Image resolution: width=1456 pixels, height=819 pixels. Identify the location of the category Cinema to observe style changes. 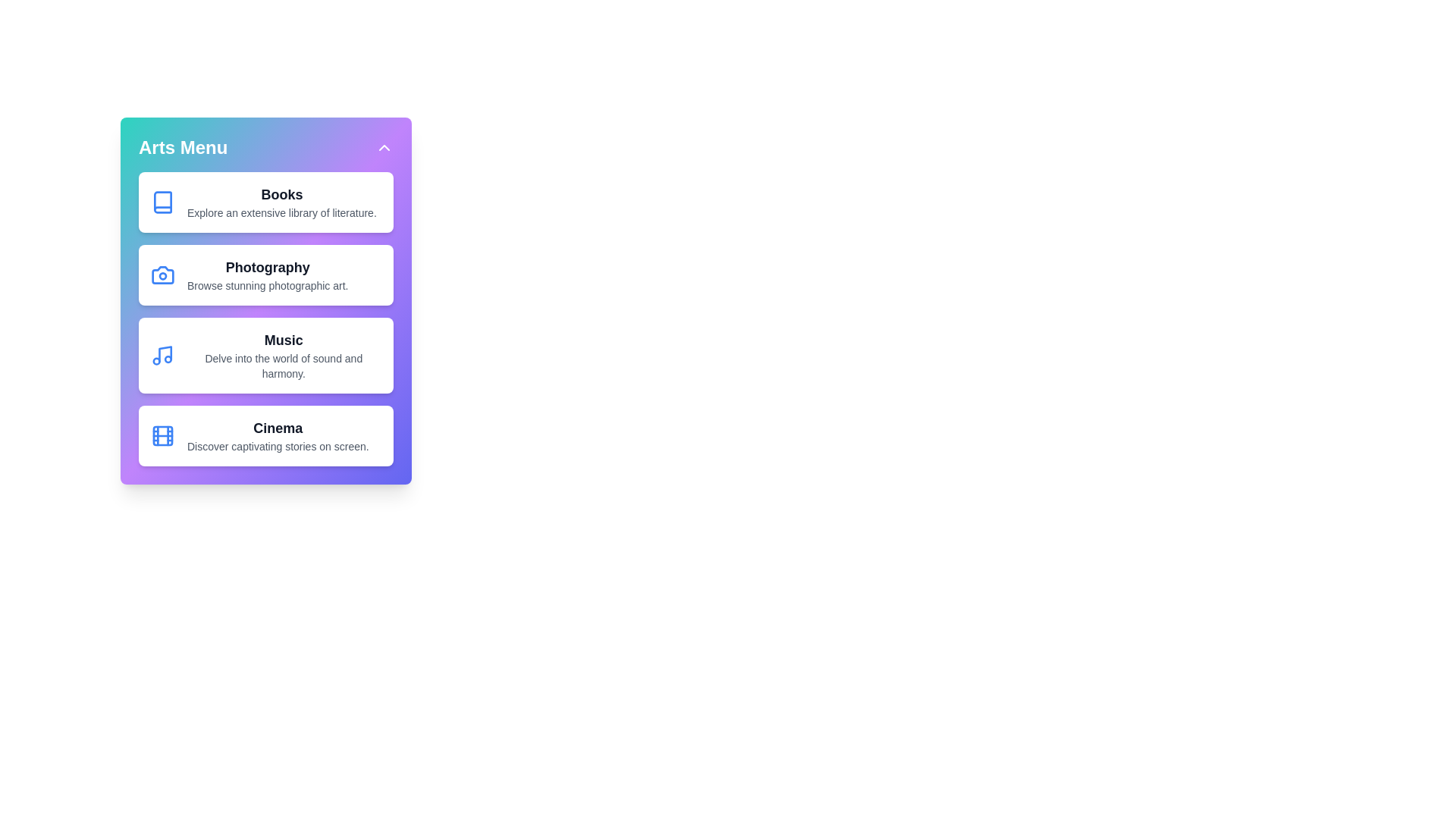
(265, 435).